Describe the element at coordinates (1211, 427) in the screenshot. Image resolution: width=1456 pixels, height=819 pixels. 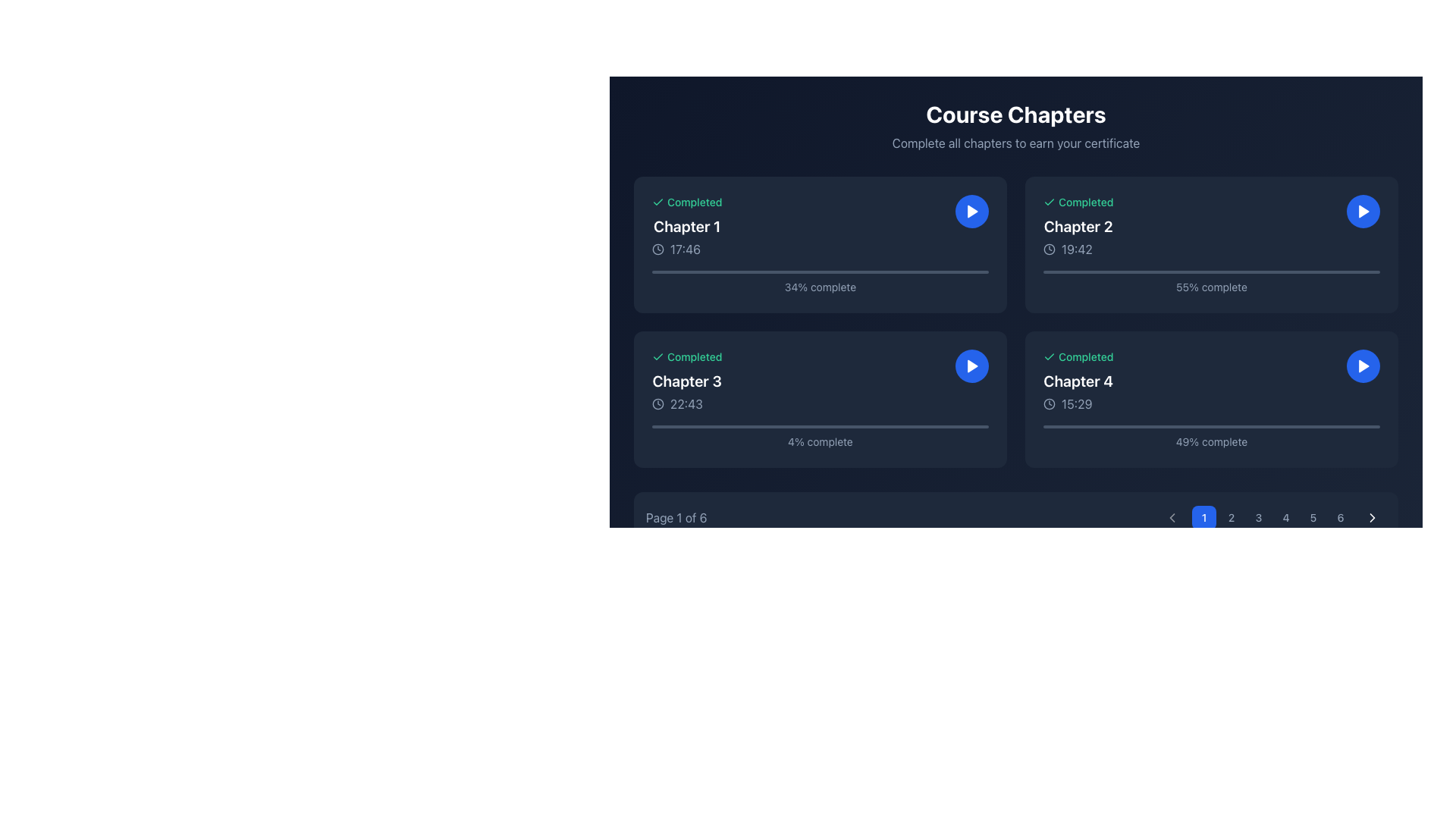
I see `the static progress bar element located in the 'Chapter 4' content box, positioned below the duration text '15:29' and above the label '49% complete'` at that location.